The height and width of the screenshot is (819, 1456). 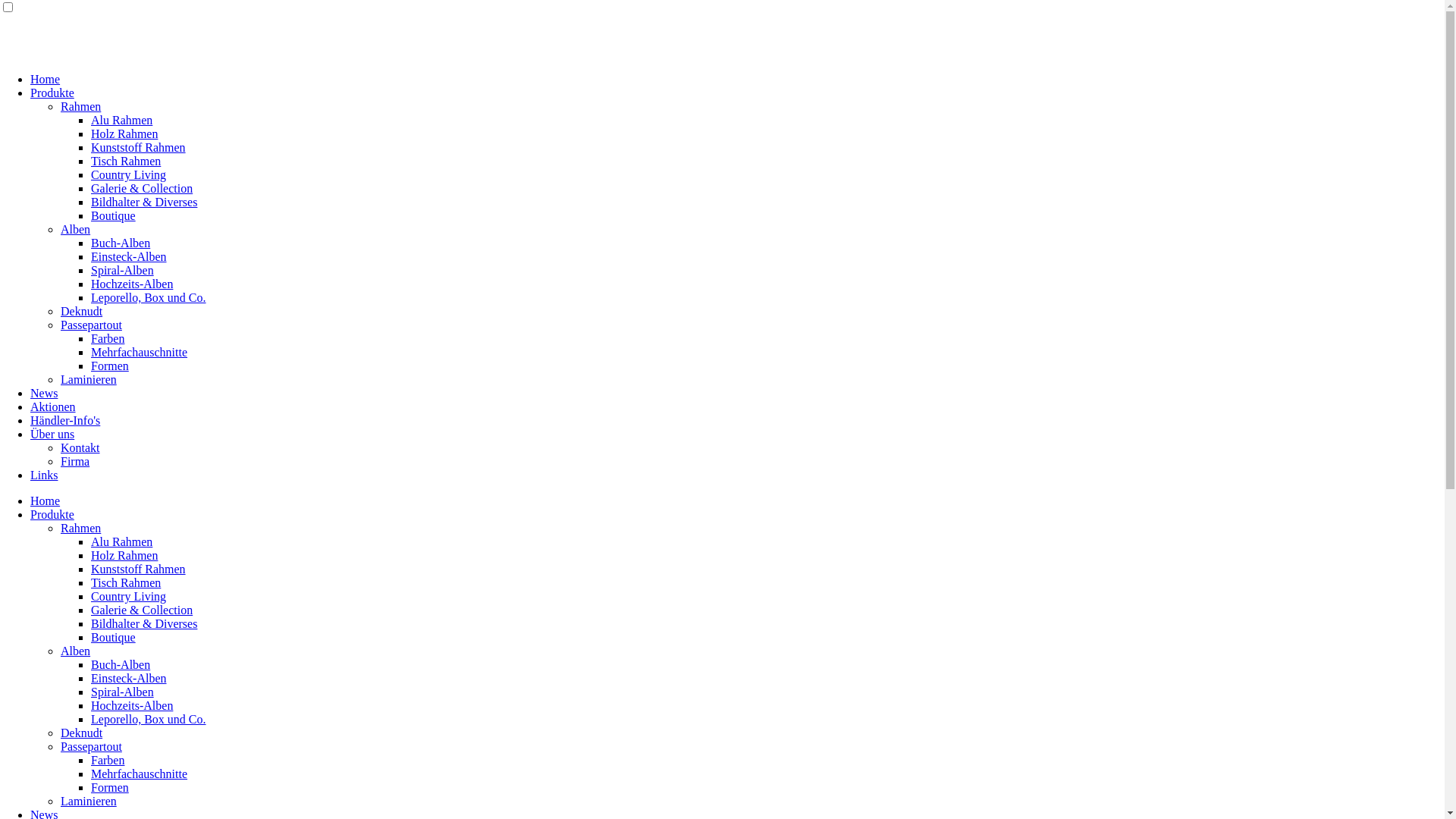 What do you see at coordinates (121, 541) in the screenshot?
I see `'Alu Rahmen'` at bounding box center [121, 541].